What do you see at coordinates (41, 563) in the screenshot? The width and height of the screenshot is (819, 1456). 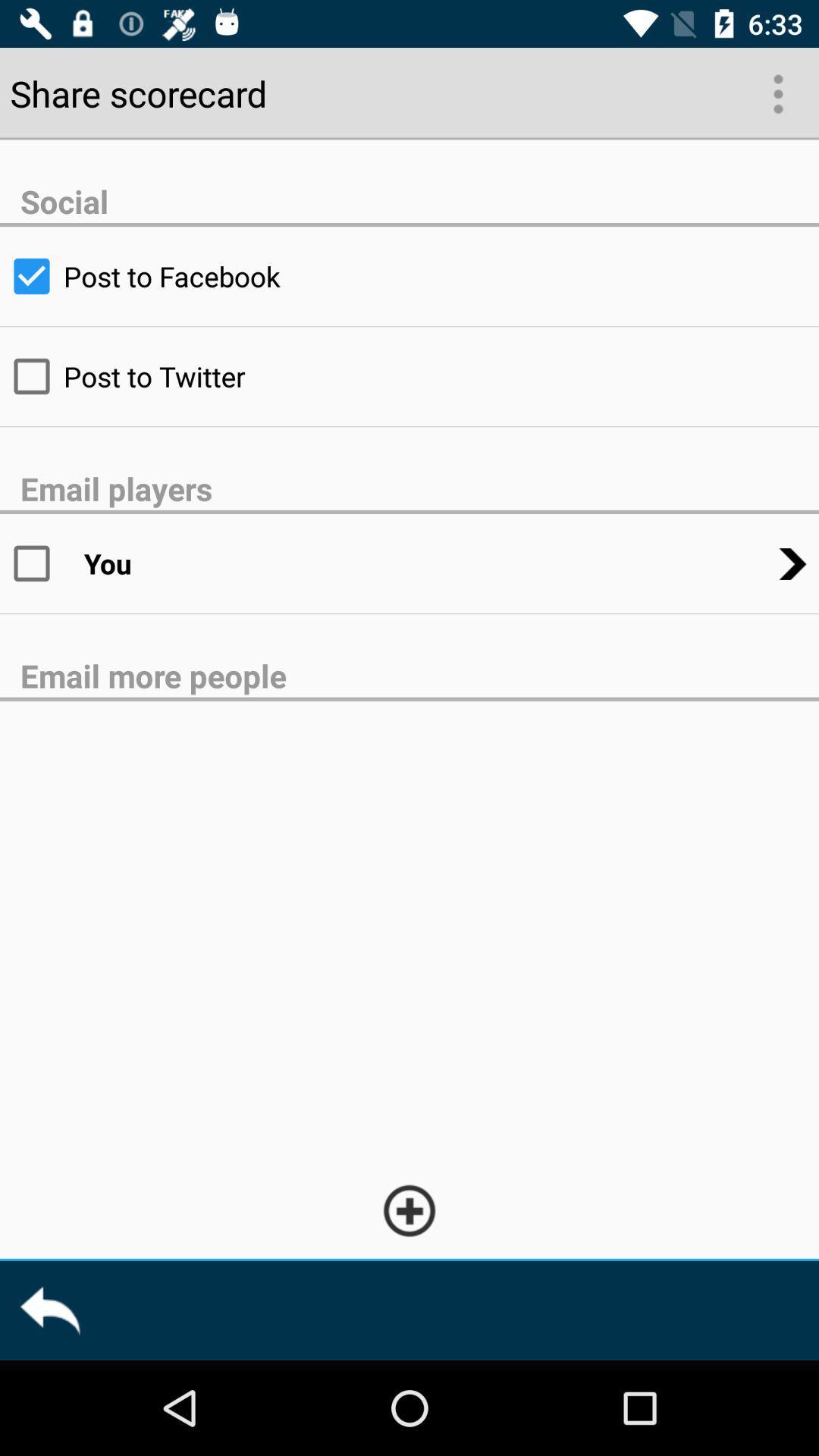 I see `email option` at bounding box center [41, 563].